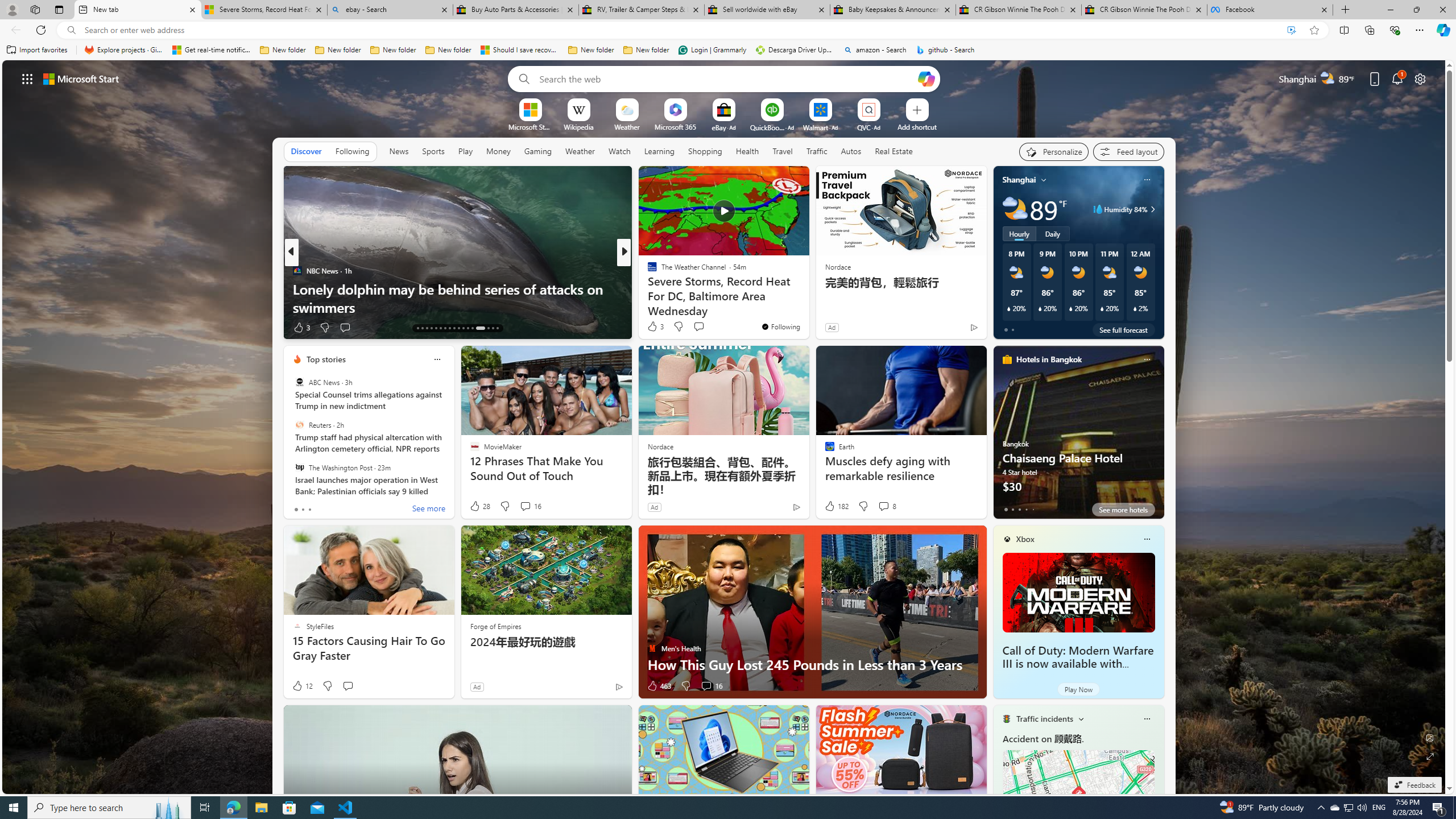  I want to click on 'AutomationID: tab-24', so click(468, 328).